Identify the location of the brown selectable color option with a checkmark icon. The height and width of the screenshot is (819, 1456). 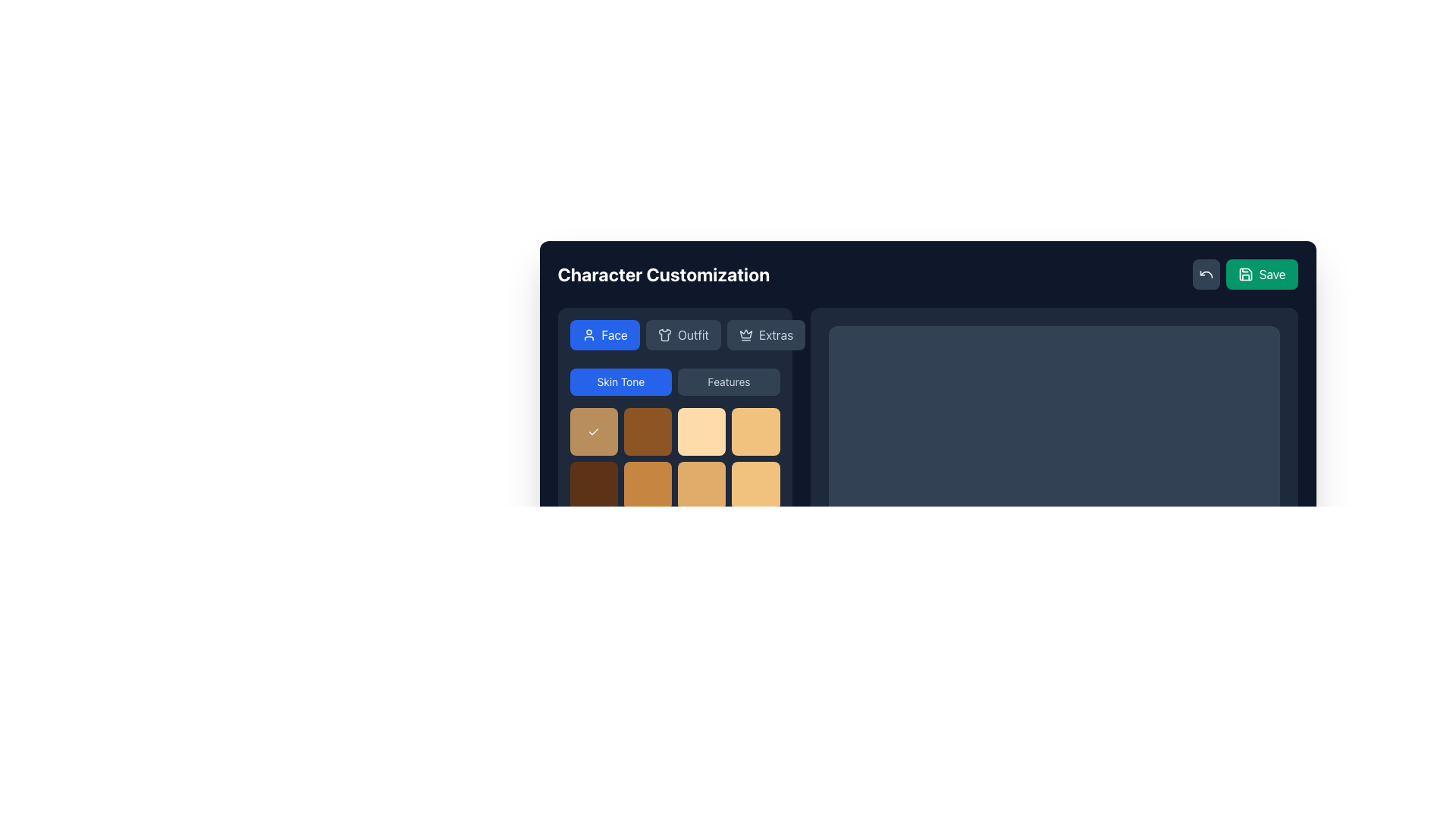
(674, 440).